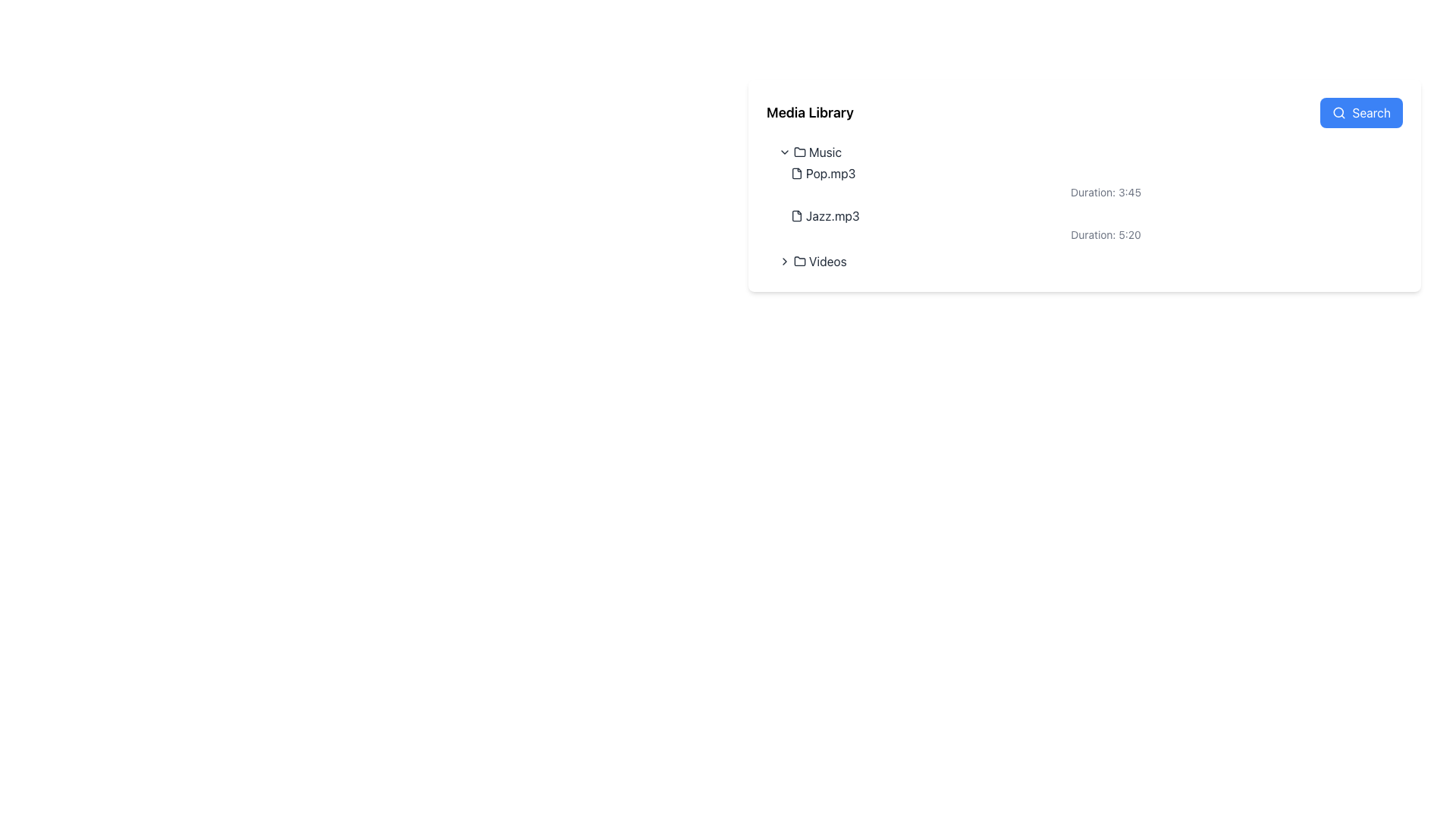 This screenshot has height=819, width=1456. I want to click on the file icon for 'Jazz.mp3', so click(796, 216).